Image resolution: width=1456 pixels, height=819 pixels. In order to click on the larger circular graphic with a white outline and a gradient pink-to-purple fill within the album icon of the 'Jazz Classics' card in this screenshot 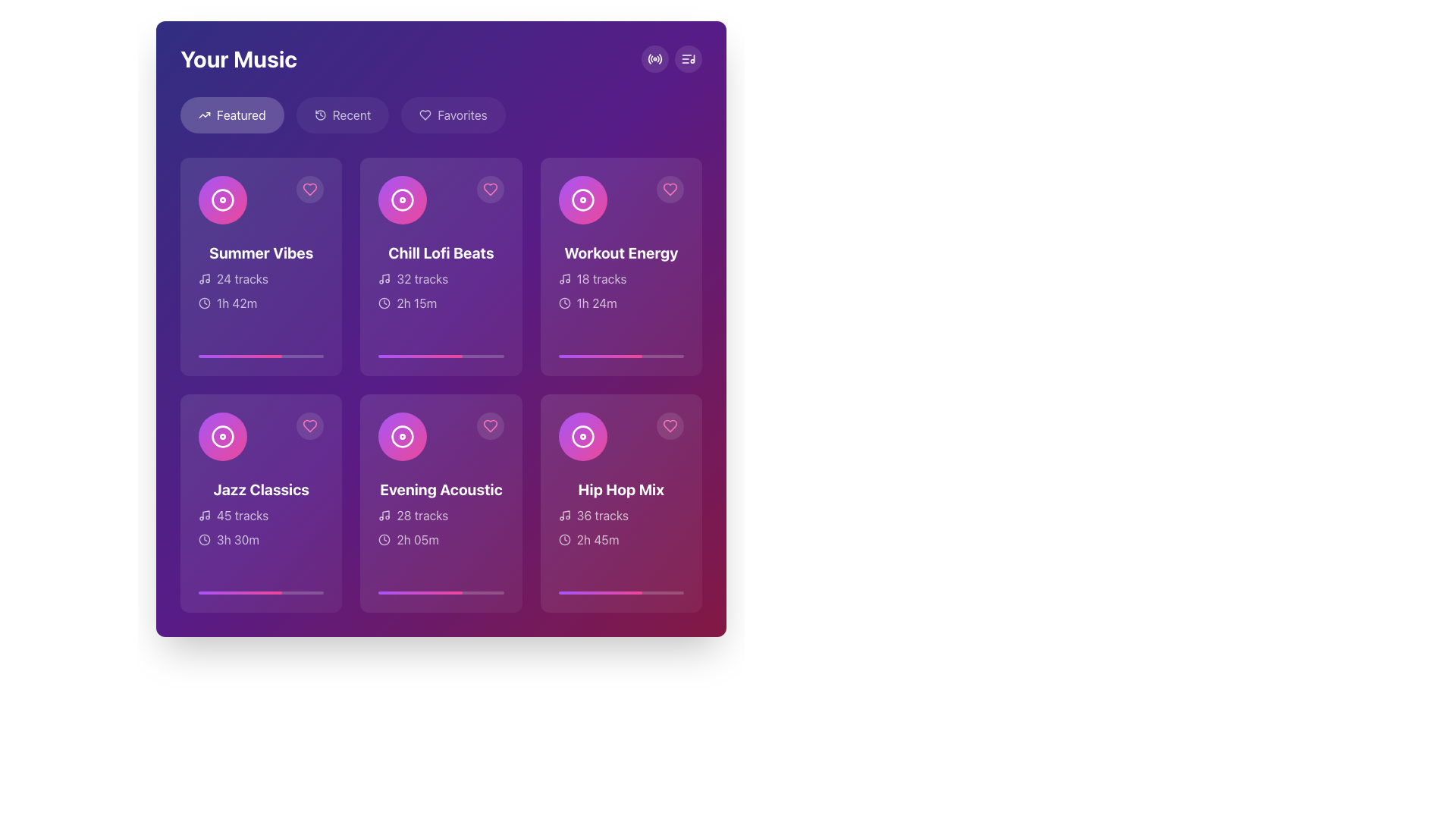, I will do `click(221, 436)`.